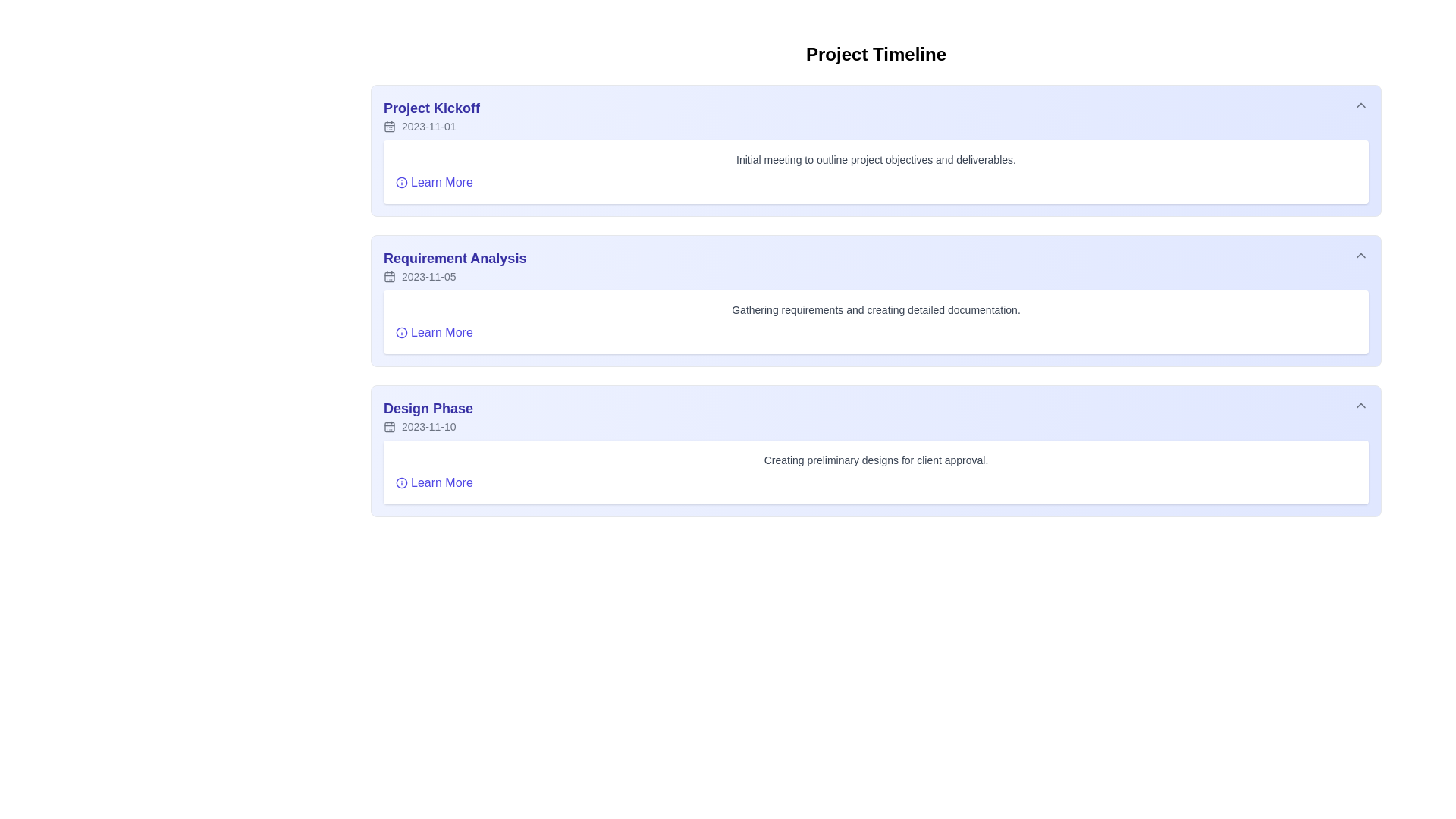 The height and width of the screenshot is (819, 1456). What do you see at coordinates (433, 482) in the screenshot?
I see `the 'Learn More' hyperlink, which is styled in blue and accompanied by an information icon` at bounding box center [433, 482].